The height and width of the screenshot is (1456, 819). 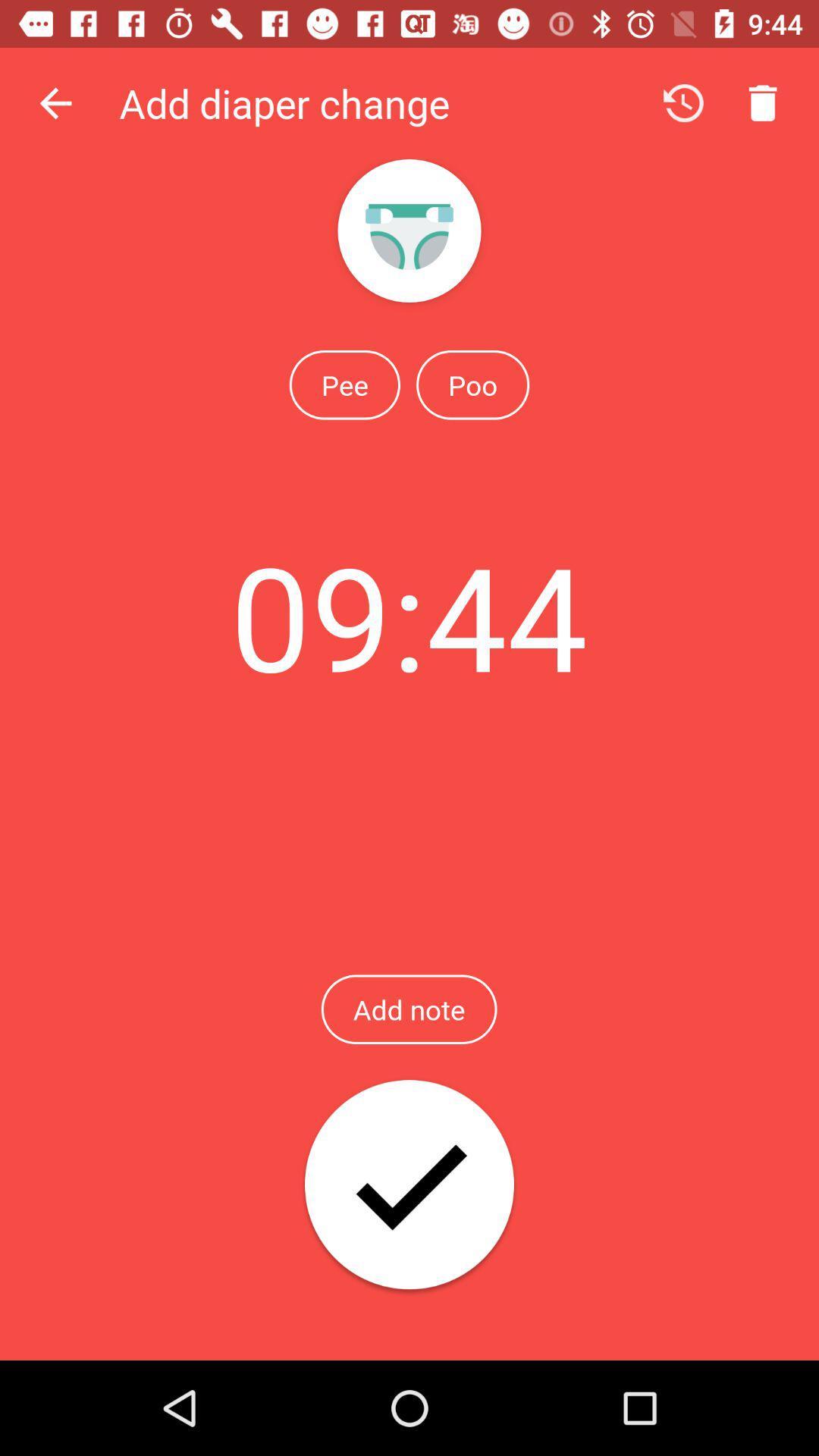 What do you see at coordinates (408, 616) in the screenshot?
I see `item below pee` at bounding box center [408, 616].